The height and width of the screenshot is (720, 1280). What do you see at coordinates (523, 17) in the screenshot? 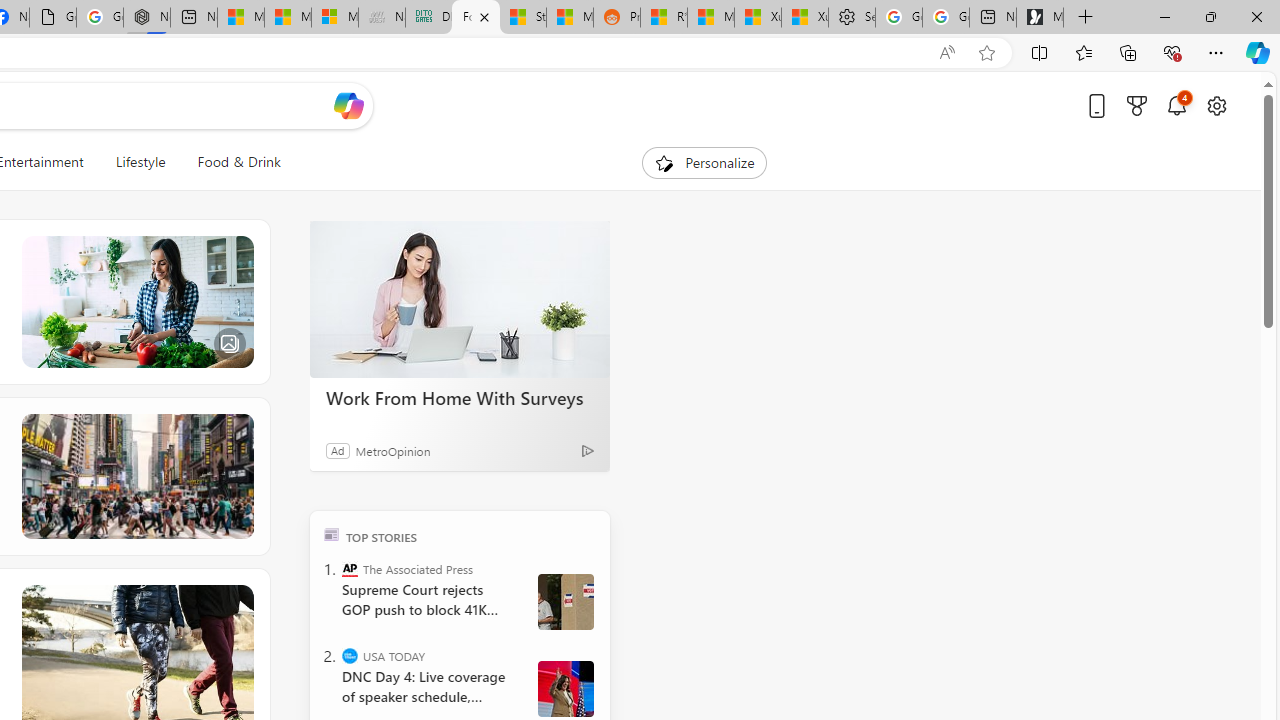
I see `'Stocks - MSN'` at bounding box center [523, 17].